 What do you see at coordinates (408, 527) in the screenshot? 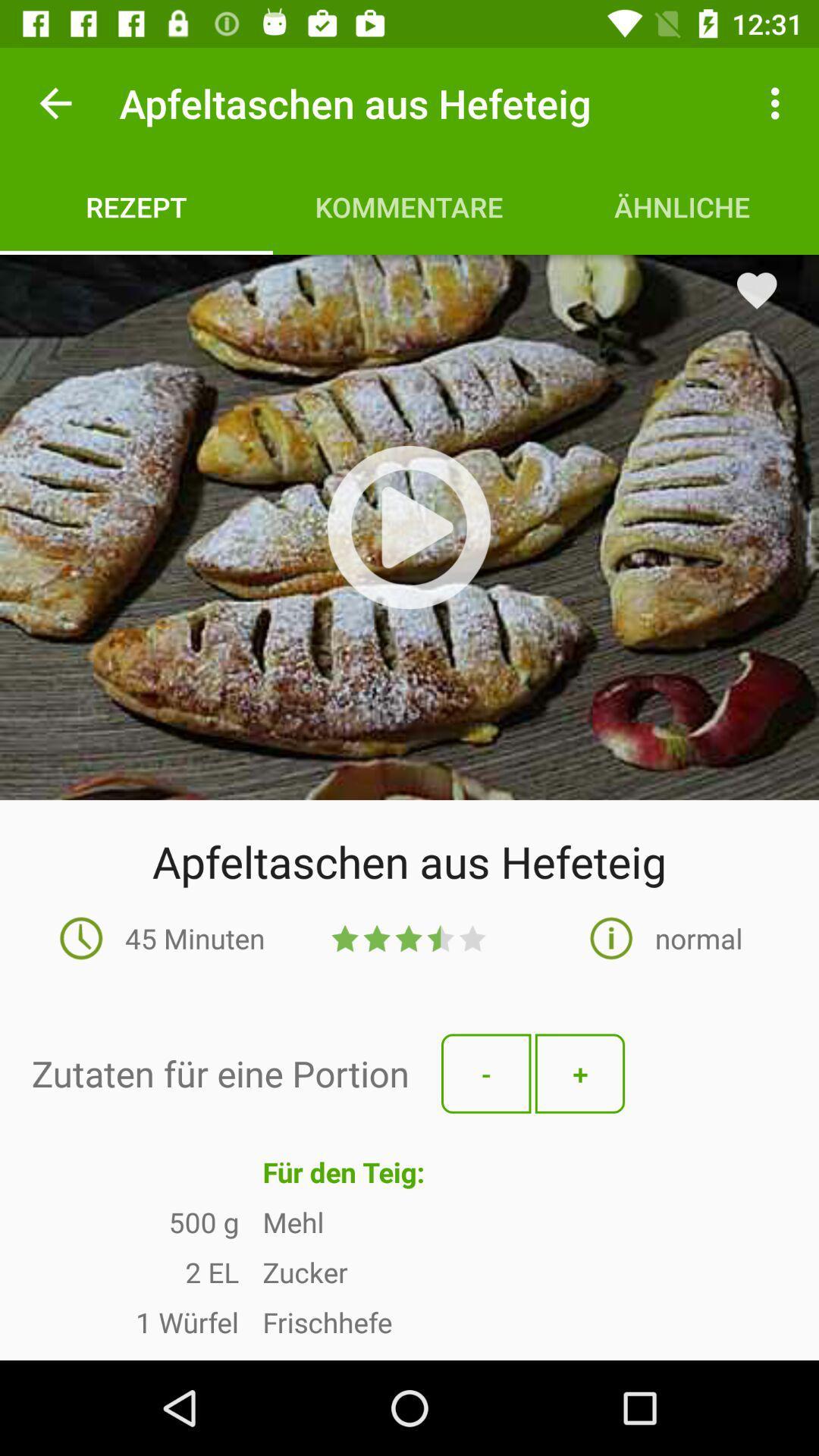
I see `the video` at bounding box center [408, 527].